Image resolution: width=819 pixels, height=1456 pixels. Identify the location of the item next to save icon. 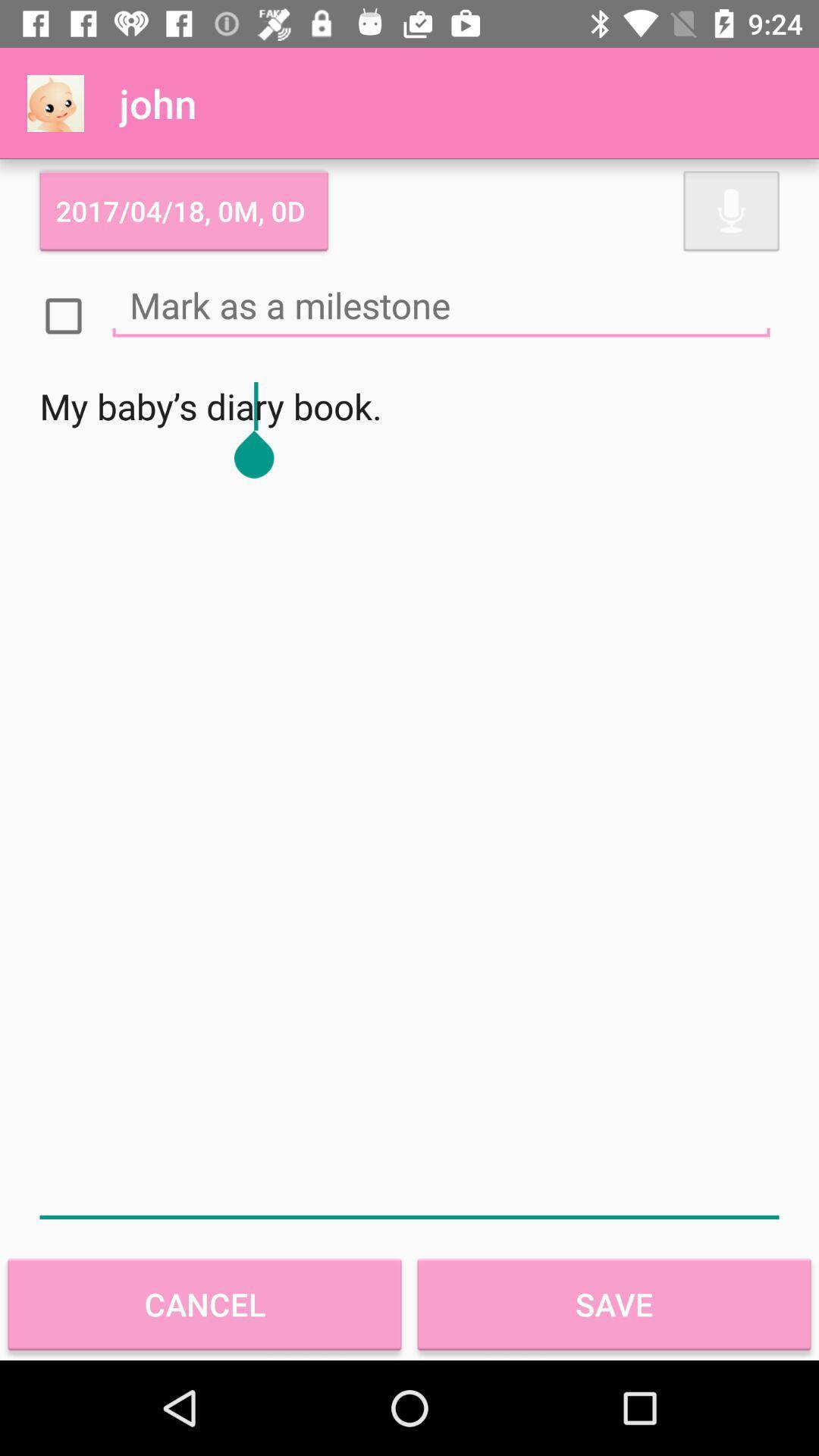
(205, 1304).